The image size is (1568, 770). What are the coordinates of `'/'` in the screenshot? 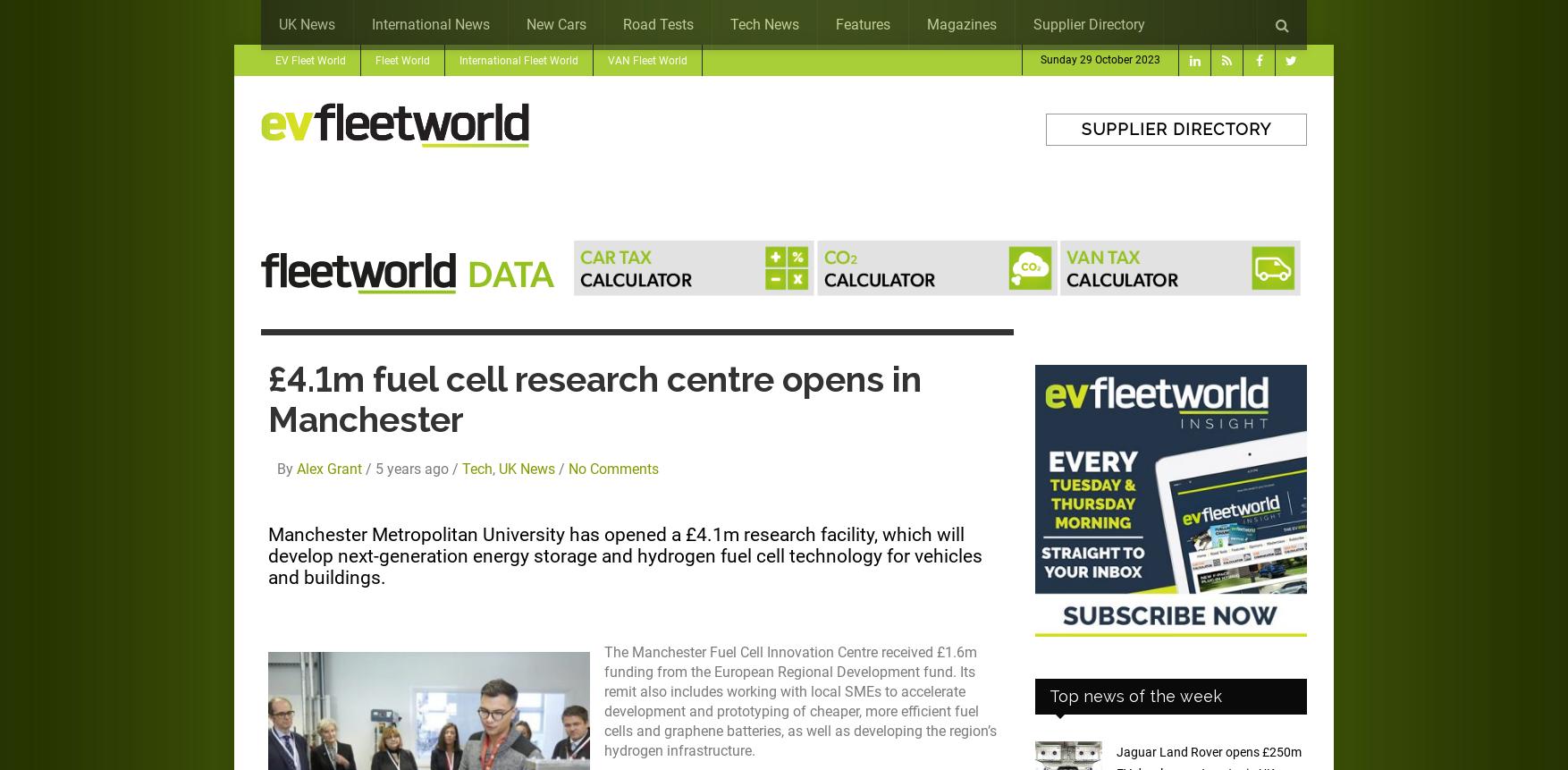 It's located at (561, 469).